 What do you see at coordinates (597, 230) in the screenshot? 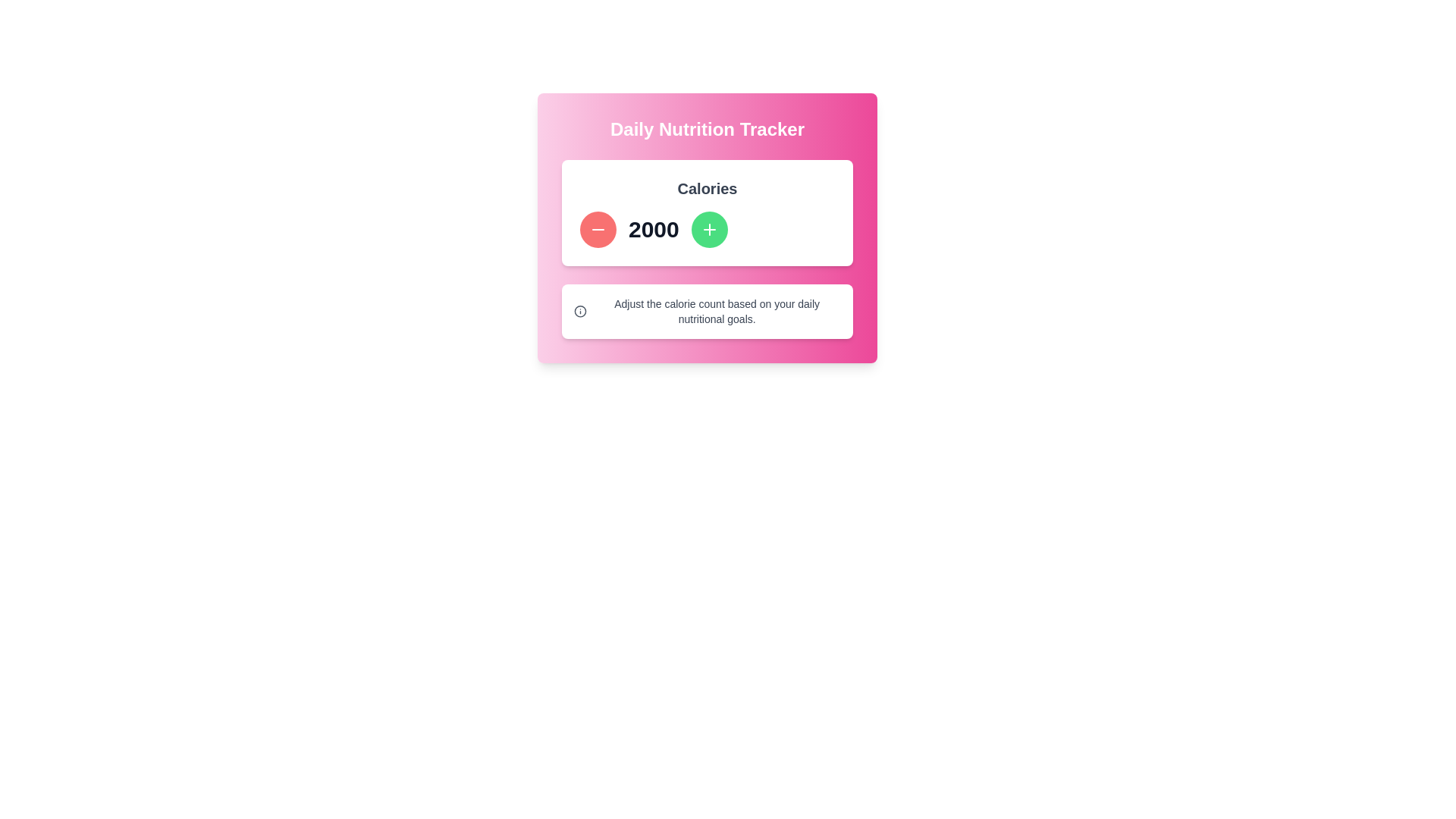
I see `the circular red button with a white minus icon to decrease the calorie count, located in the calorie adjustment section to the left of the displayed calorie count ('2000')` at bounding box center [597, 230].